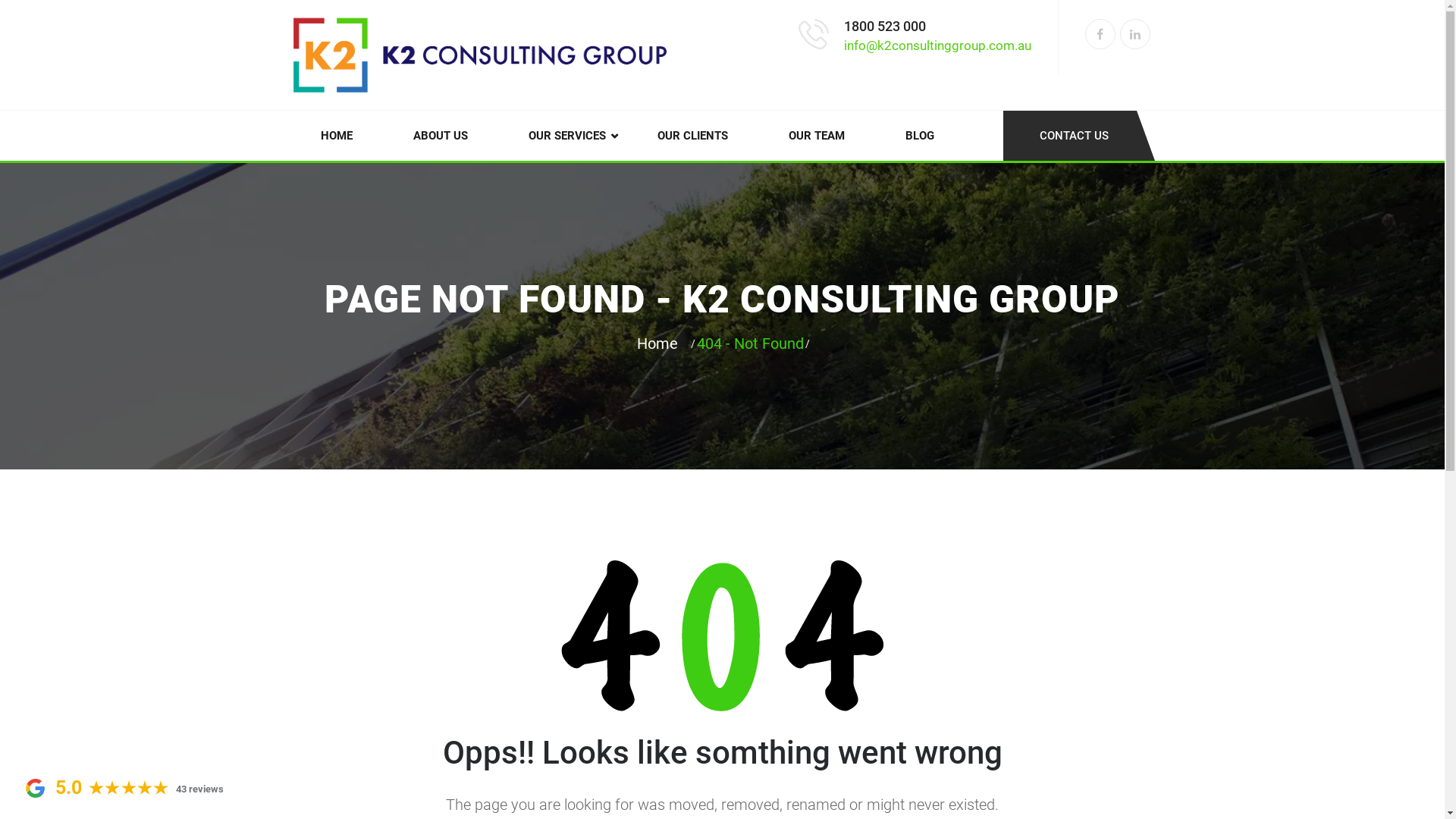 The width and height of the screenshot is (1456, 819). Describe the element at coordinates (936, 45) in the screenshot. I see `'info@k2consultinggroup.com.au'` at that location.